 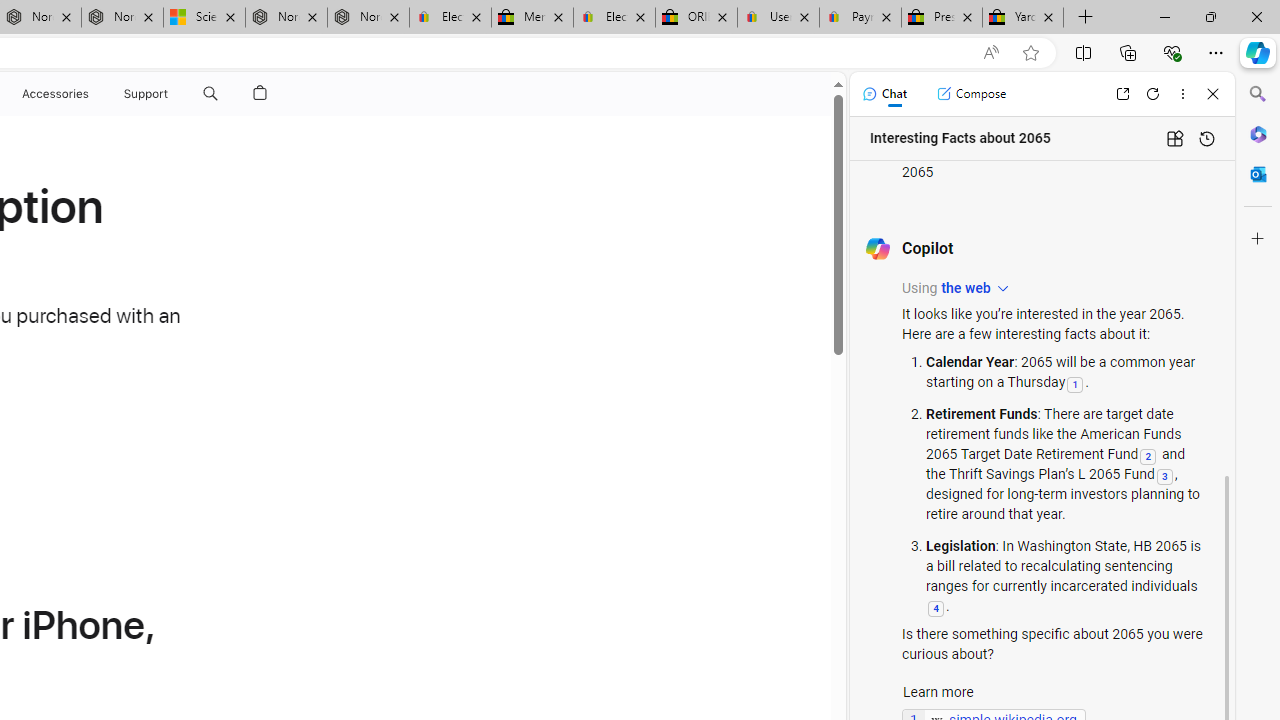 I want to click on 'AutomationID: globalnav-bag', so click(x=259, y=93).